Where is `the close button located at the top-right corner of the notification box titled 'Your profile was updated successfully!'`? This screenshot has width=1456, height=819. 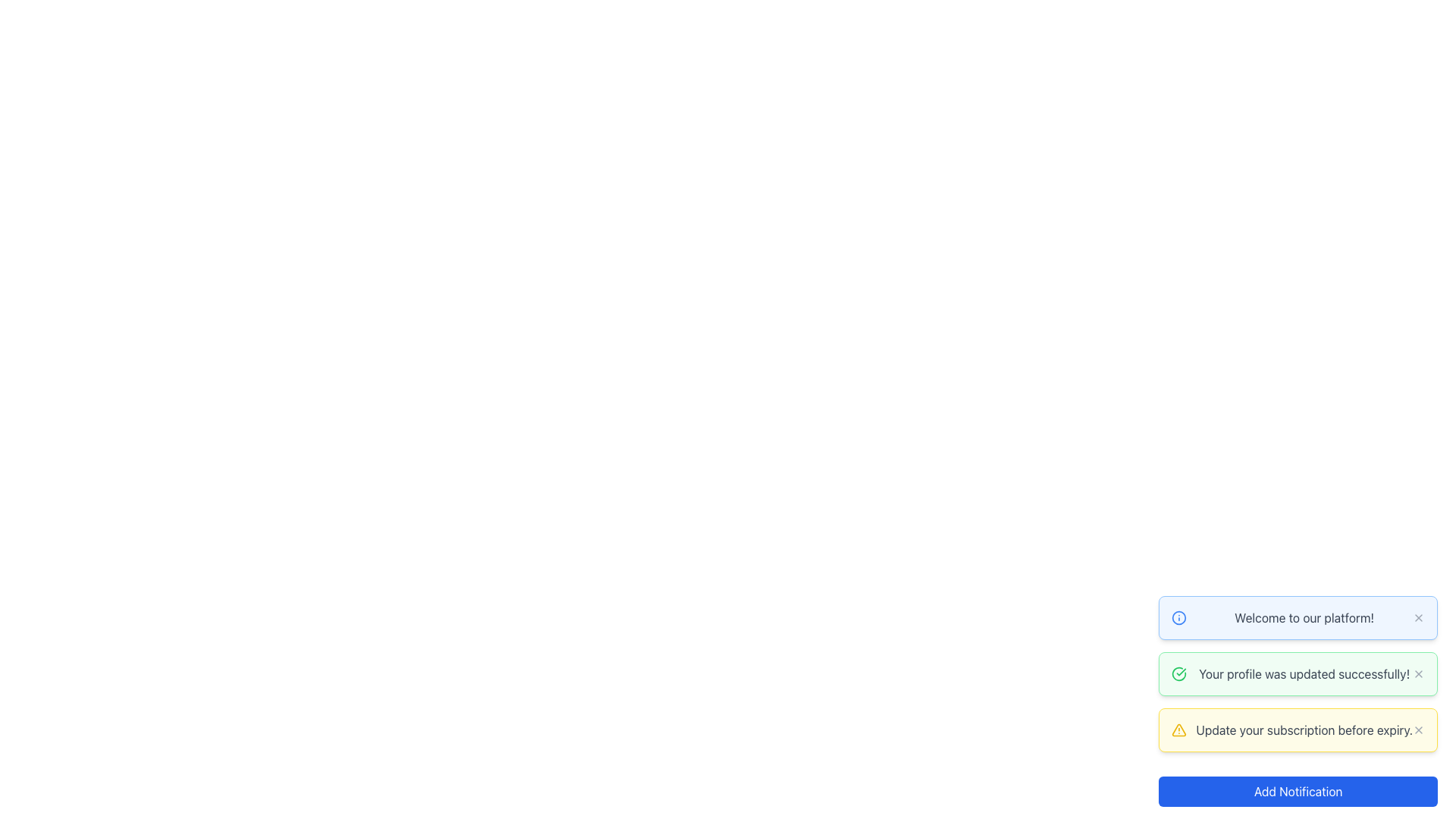 the close button located at the top-right corner of the notification box titled 'Your profile was updated successfully!' is located at coordinates (1418, 673).